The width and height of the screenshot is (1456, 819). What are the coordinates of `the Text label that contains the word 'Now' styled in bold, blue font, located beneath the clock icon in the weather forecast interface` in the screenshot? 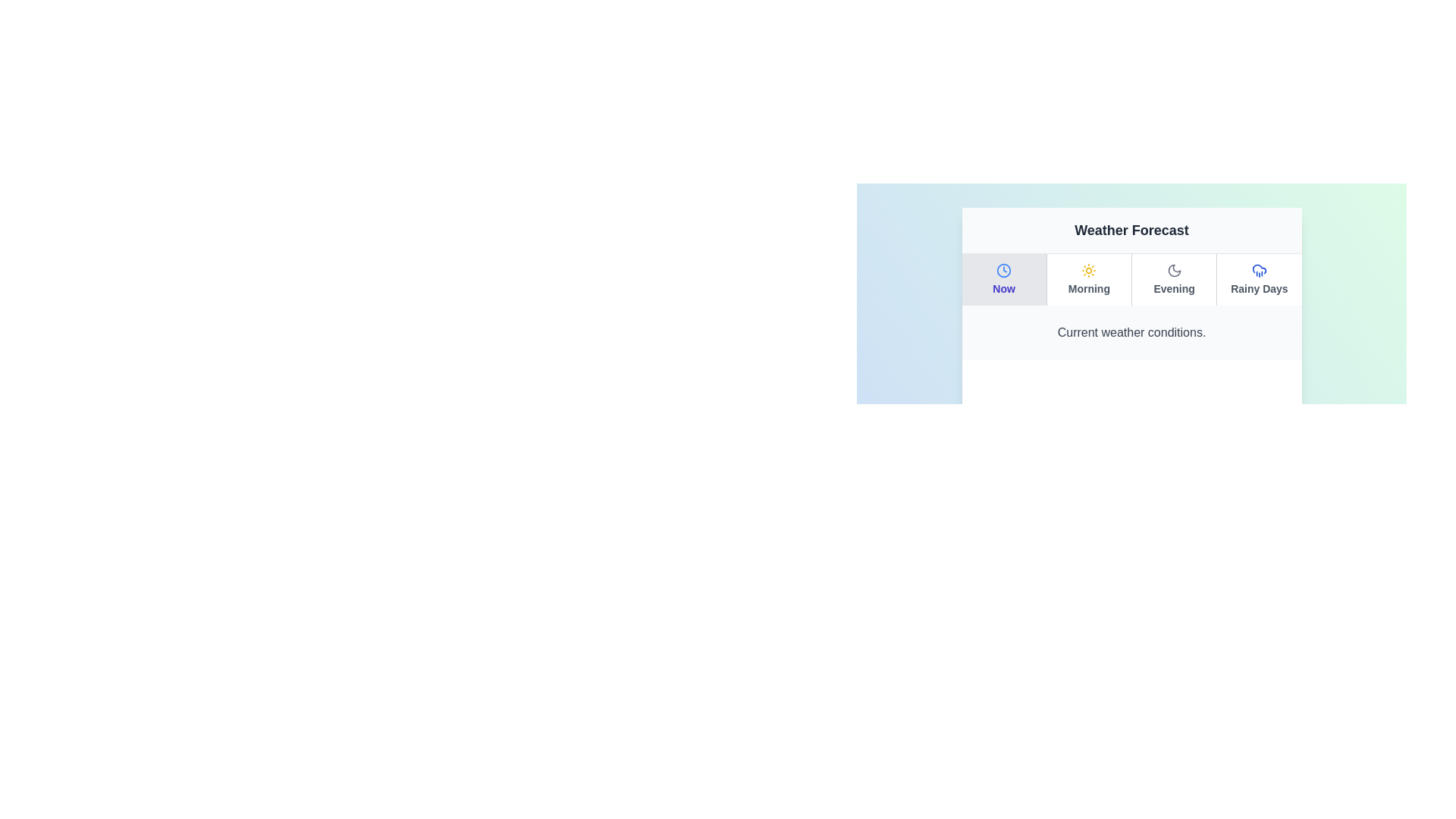 It's located at (1004, 289).